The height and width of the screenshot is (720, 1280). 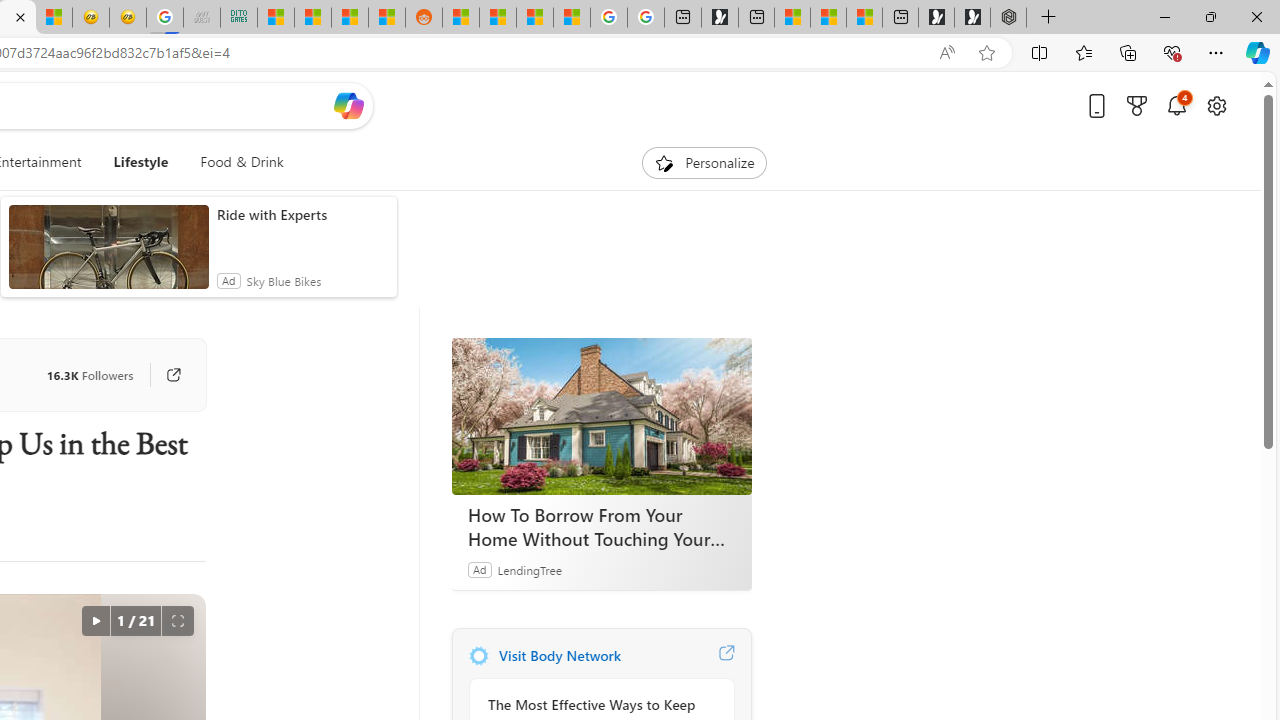 I want to click on 'anim-content', so click(x=107, y=254).